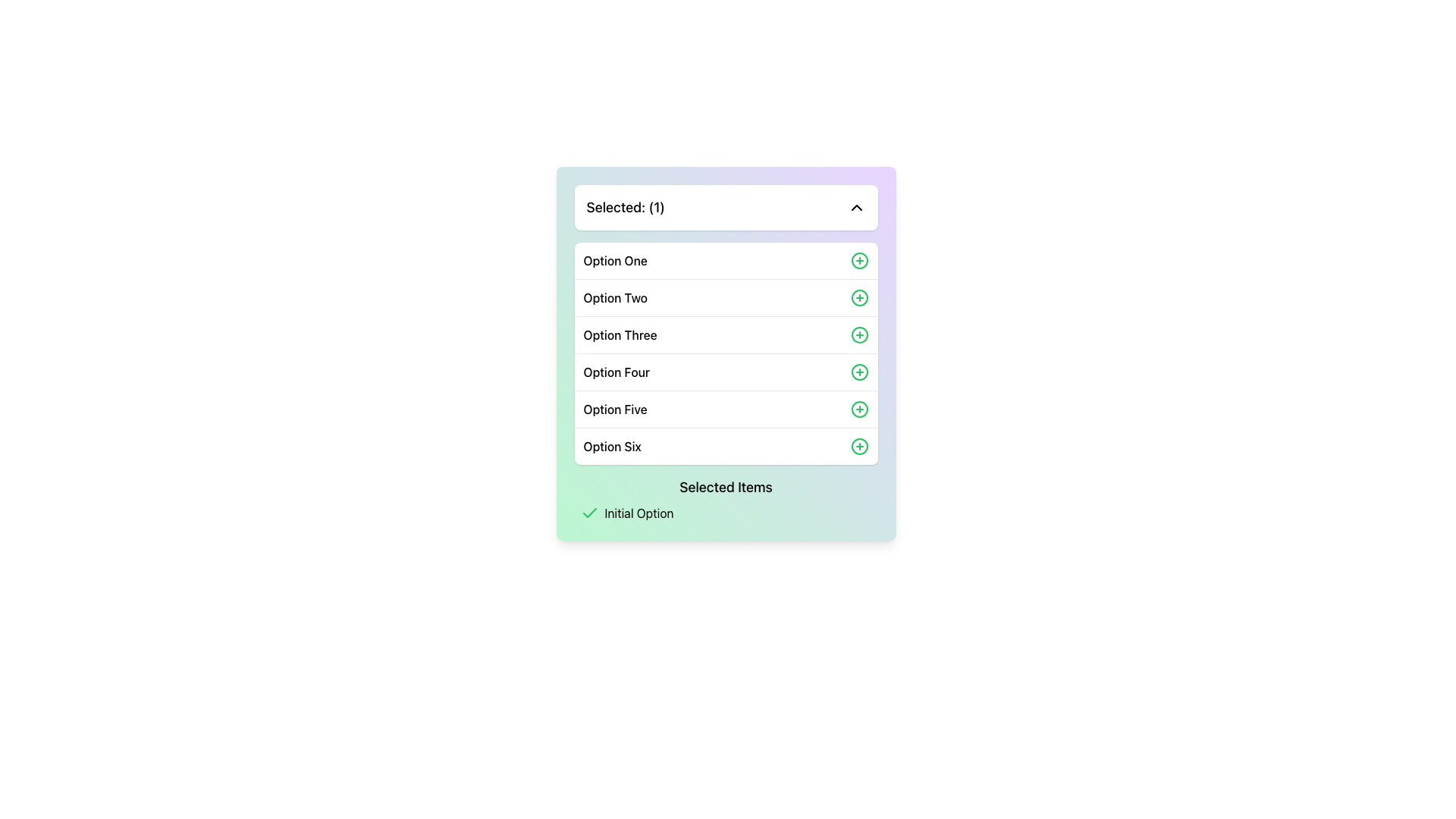 The image size is (1456, 819). I want to click on the circular button next to 'Option Five', so click(859, 409).